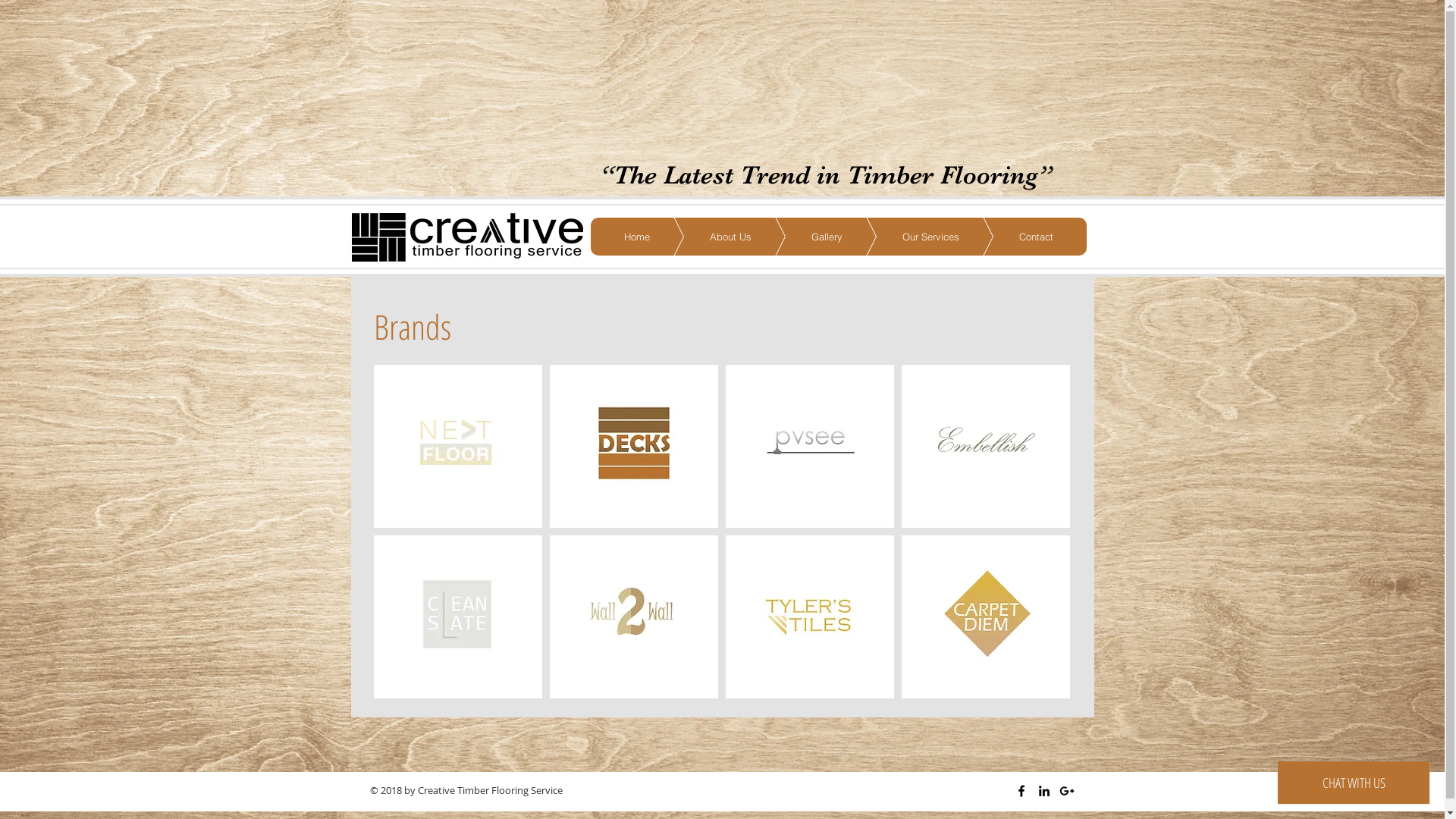 The height and width of the screenshot is (819, 1456). Describe the element at coordinates (707, 237) in the screenshot. I see `'About Us'` at that location.